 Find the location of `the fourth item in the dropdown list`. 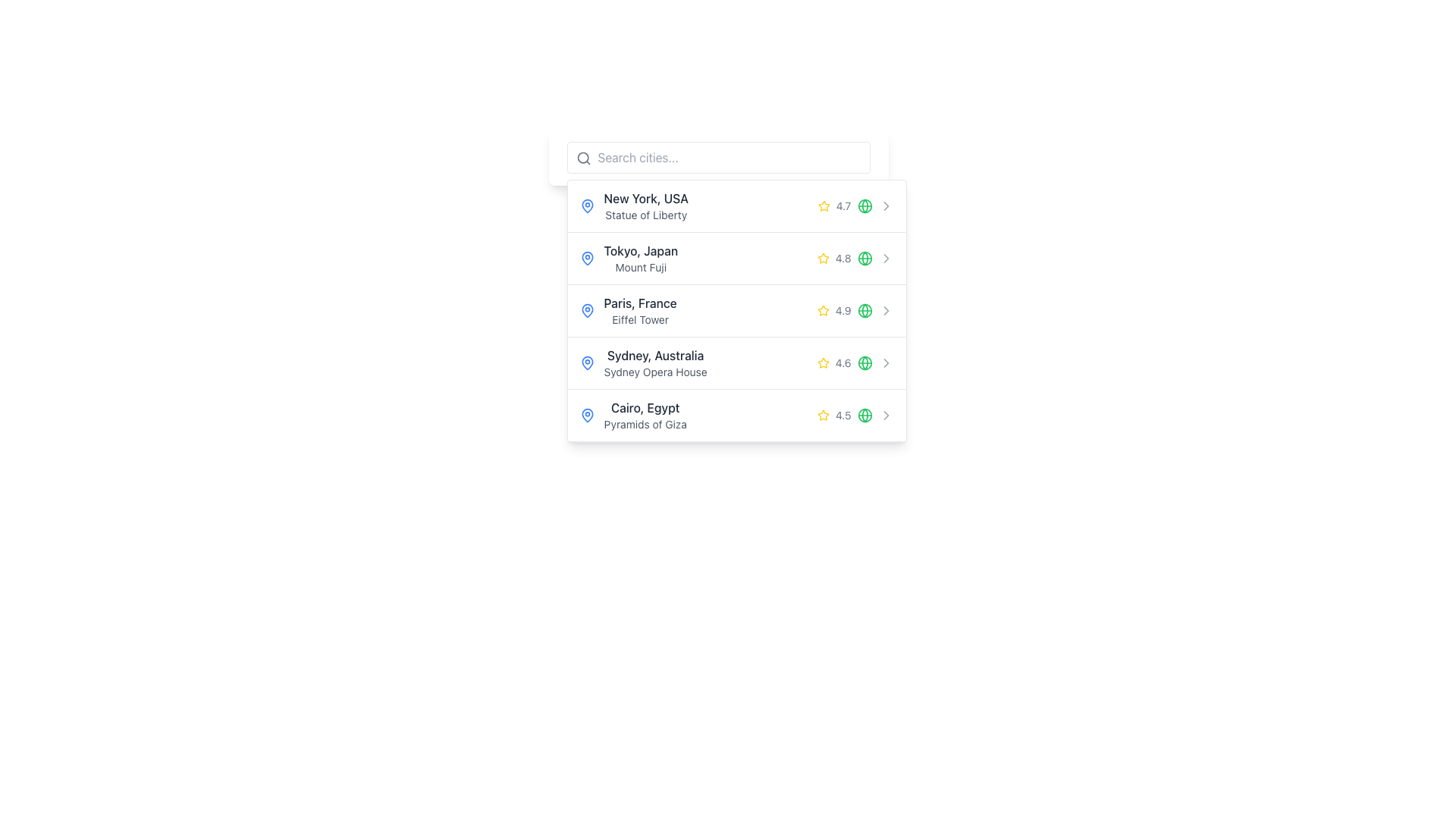

the fourth item in the dropdown list is located at coordinates (736, 363).